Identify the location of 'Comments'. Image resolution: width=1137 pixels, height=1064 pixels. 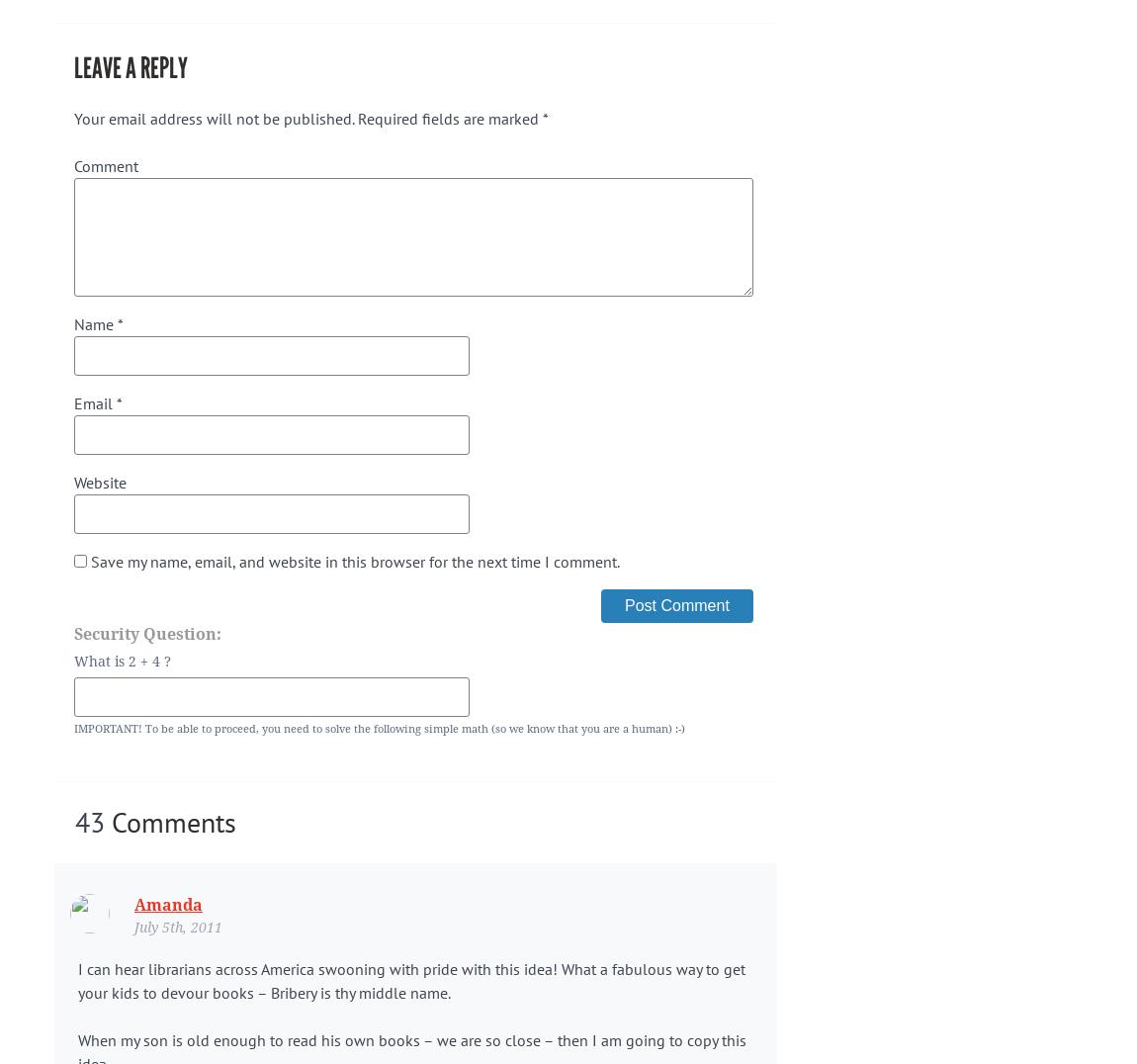
(169, 821).